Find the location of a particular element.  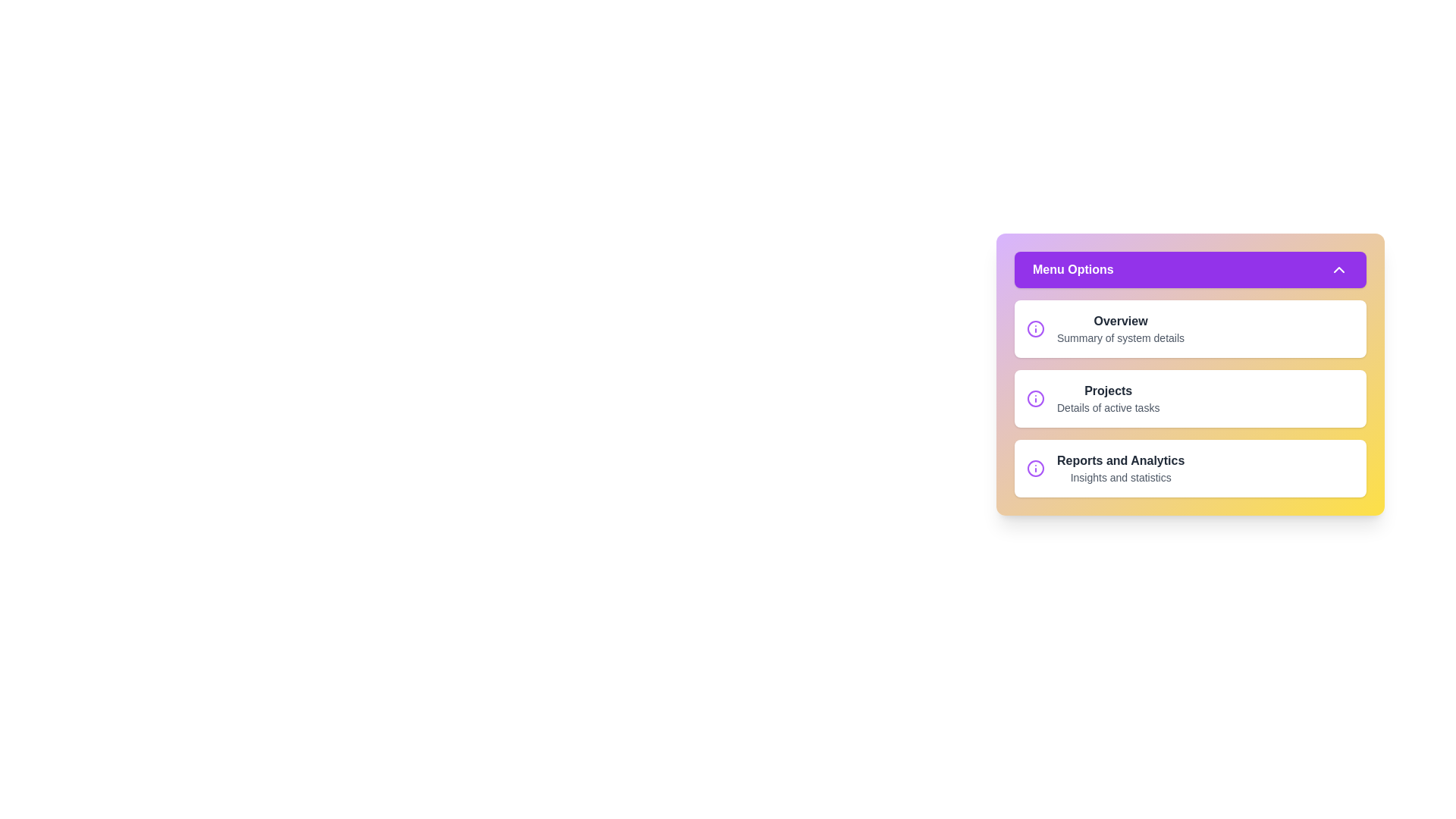

the information icon next to Projects in the menu is located at coordinates (1035, 397).